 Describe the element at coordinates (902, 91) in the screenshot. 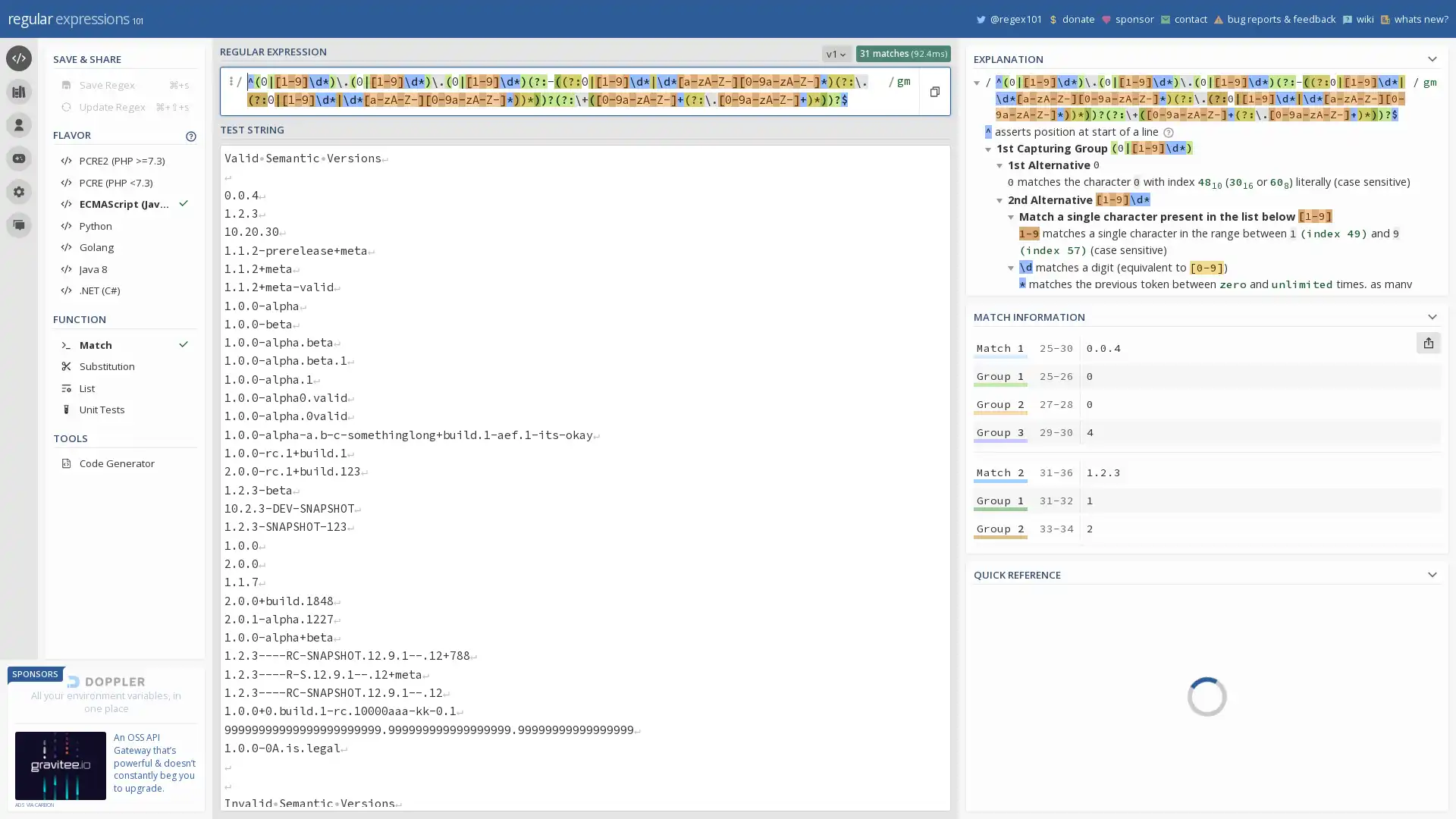

I see `Set Regex Options` at that location.